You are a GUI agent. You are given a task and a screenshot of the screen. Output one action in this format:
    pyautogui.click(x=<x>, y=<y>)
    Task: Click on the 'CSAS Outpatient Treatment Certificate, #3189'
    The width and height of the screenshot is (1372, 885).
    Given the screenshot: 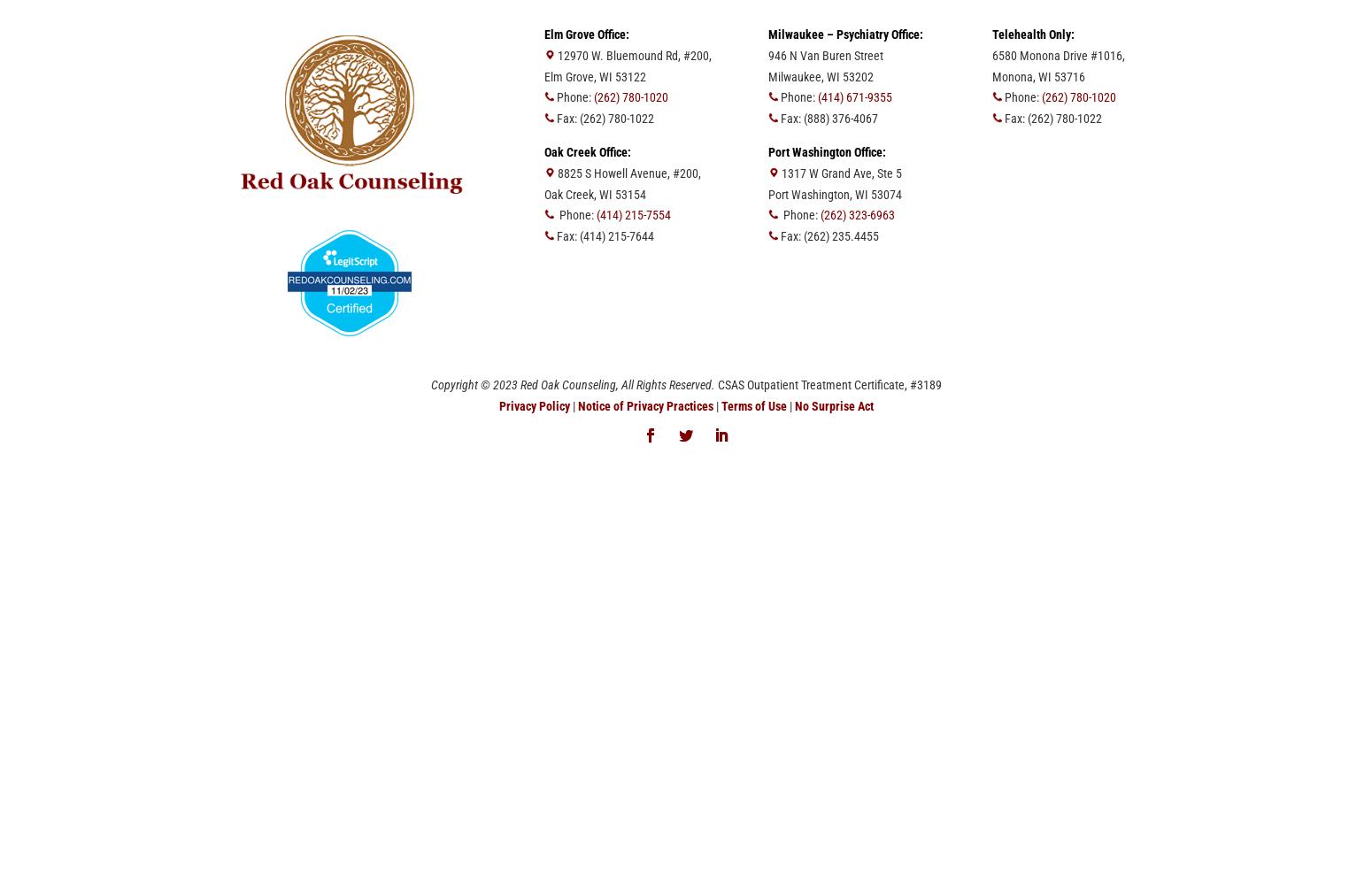 What is the action you would take?
    pyautogui.click(x=828, y=384)
    